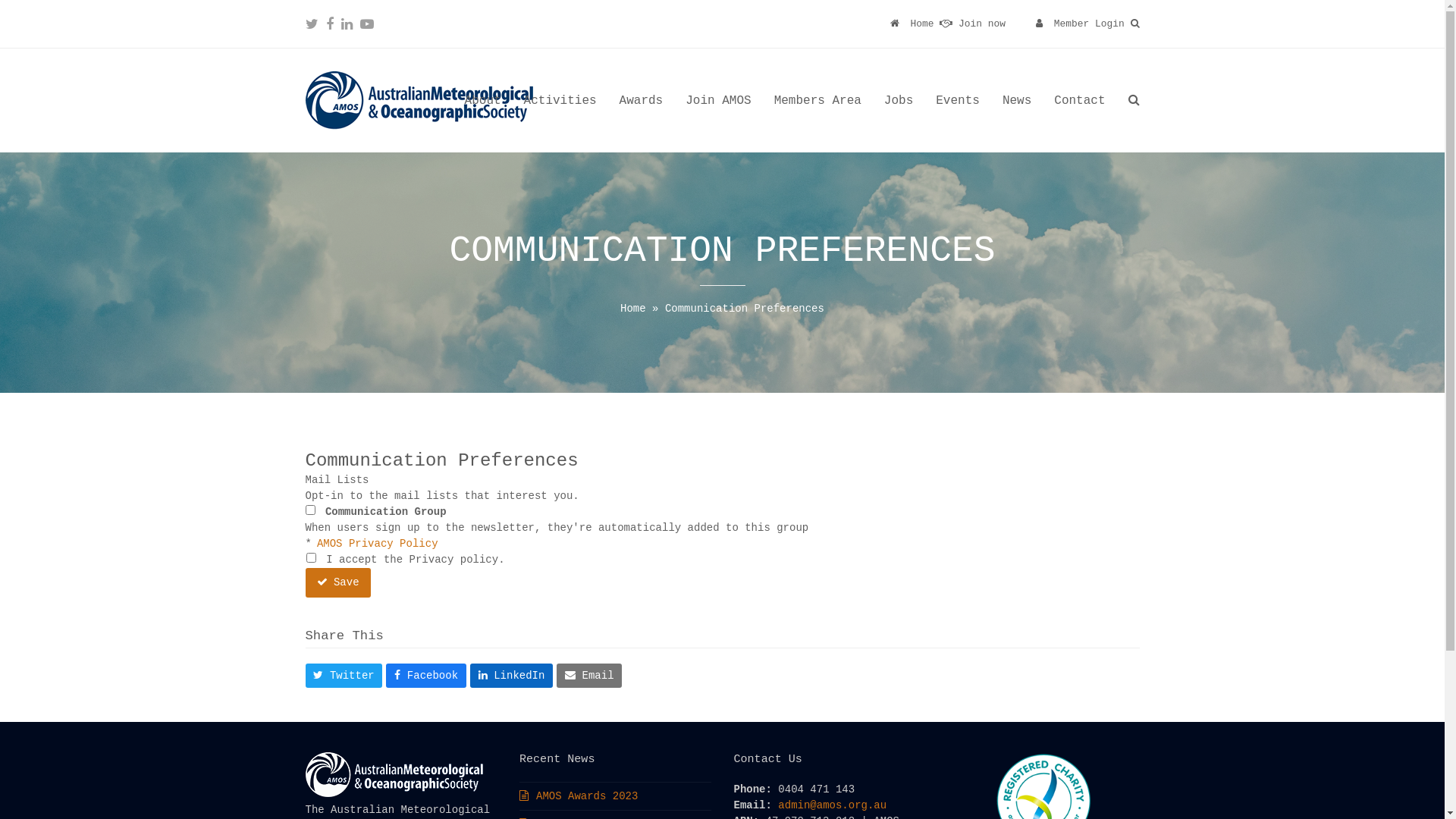  What do you see at coordinates (578, 795) in the screenshot?
I see `'AMOS Awards 2023'` at bounding box center [578, 795].